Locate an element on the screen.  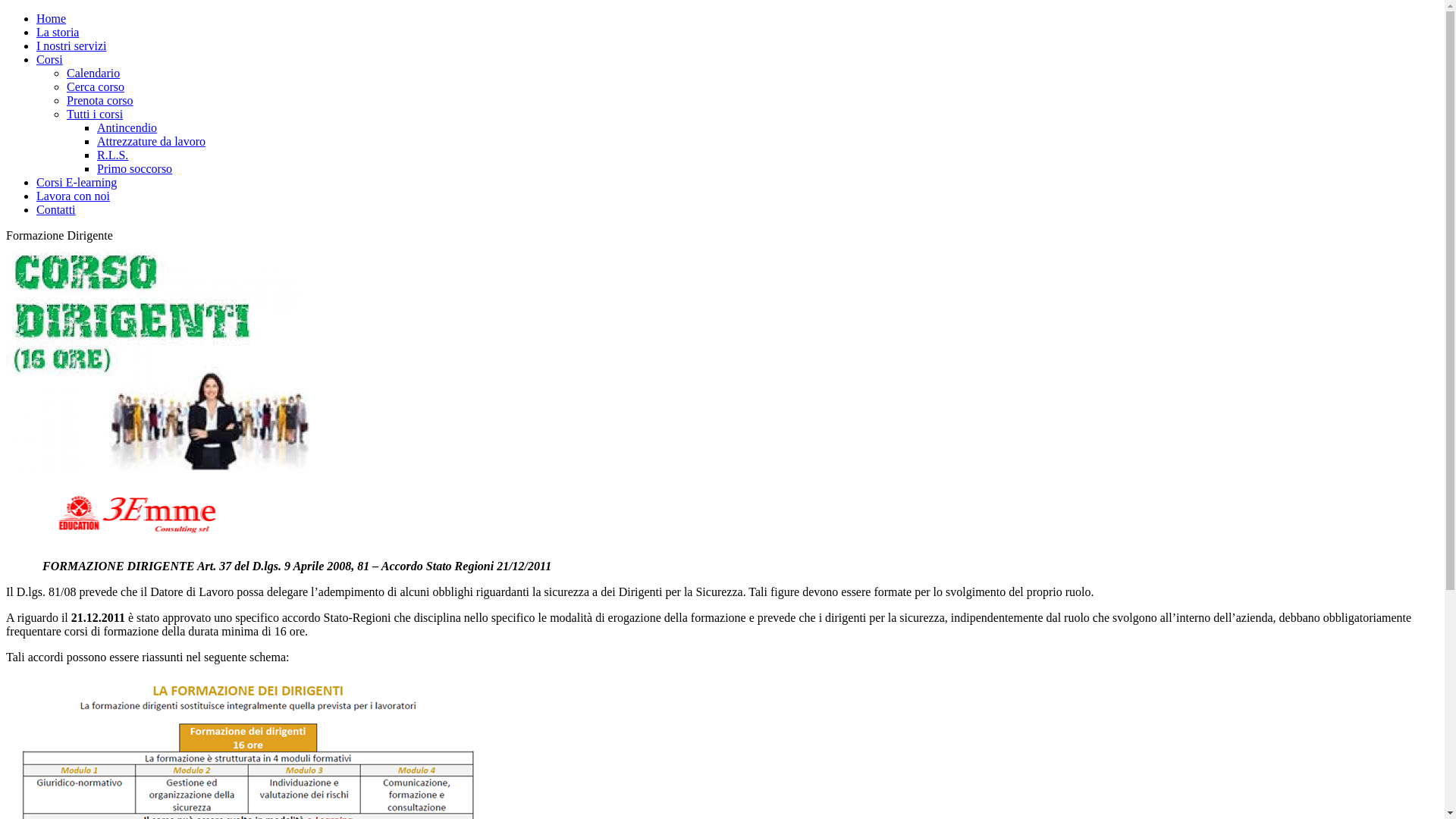
'Home' is located at coordinates (36, 18).